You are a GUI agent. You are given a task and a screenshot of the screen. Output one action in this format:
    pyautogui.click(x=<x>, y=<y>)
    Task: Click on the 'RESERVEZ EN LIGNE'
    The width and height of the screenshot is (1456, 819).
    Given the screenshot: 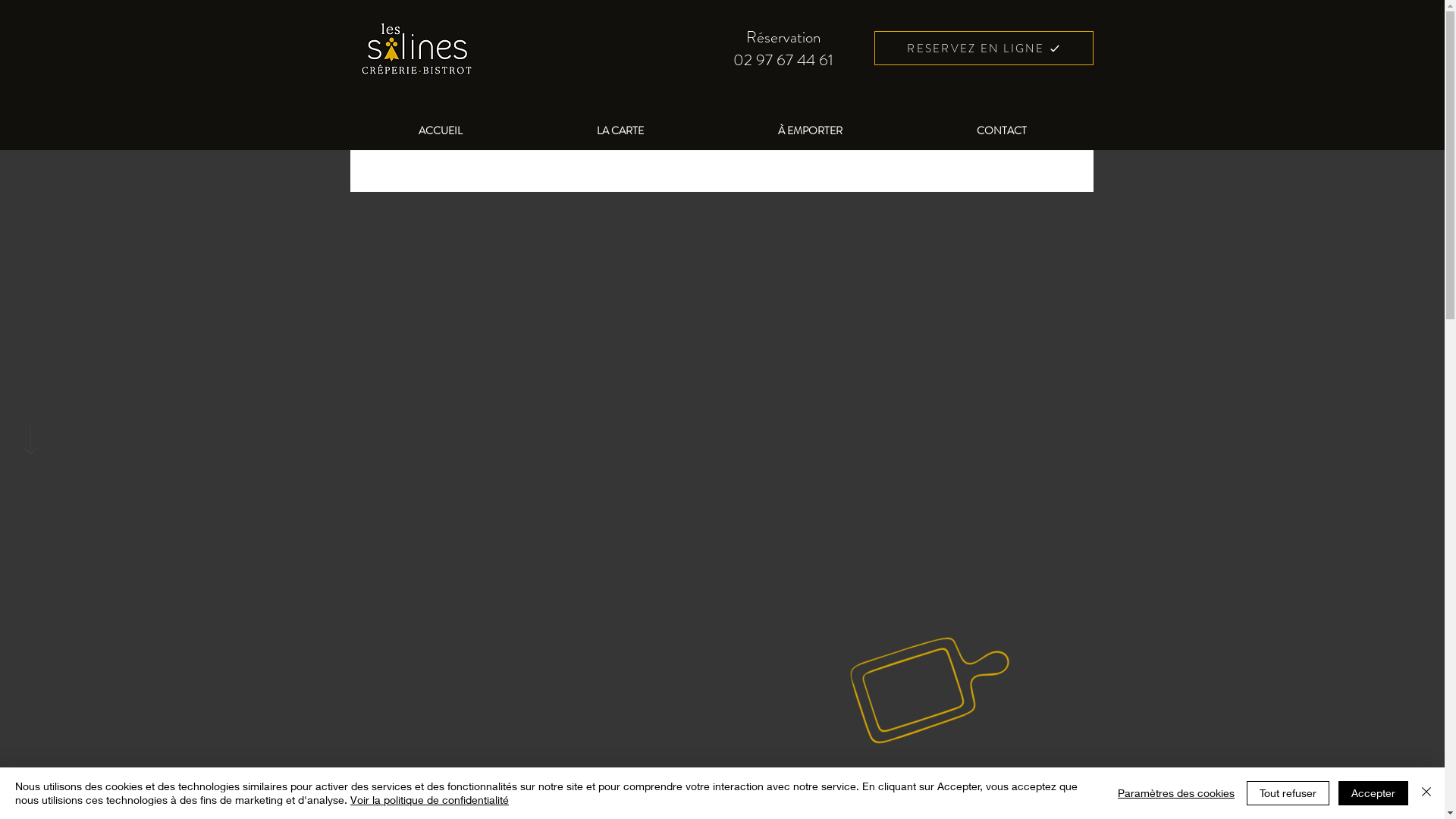 What is the action you would take?
    pyautogui.click(x=983, y=47)
    